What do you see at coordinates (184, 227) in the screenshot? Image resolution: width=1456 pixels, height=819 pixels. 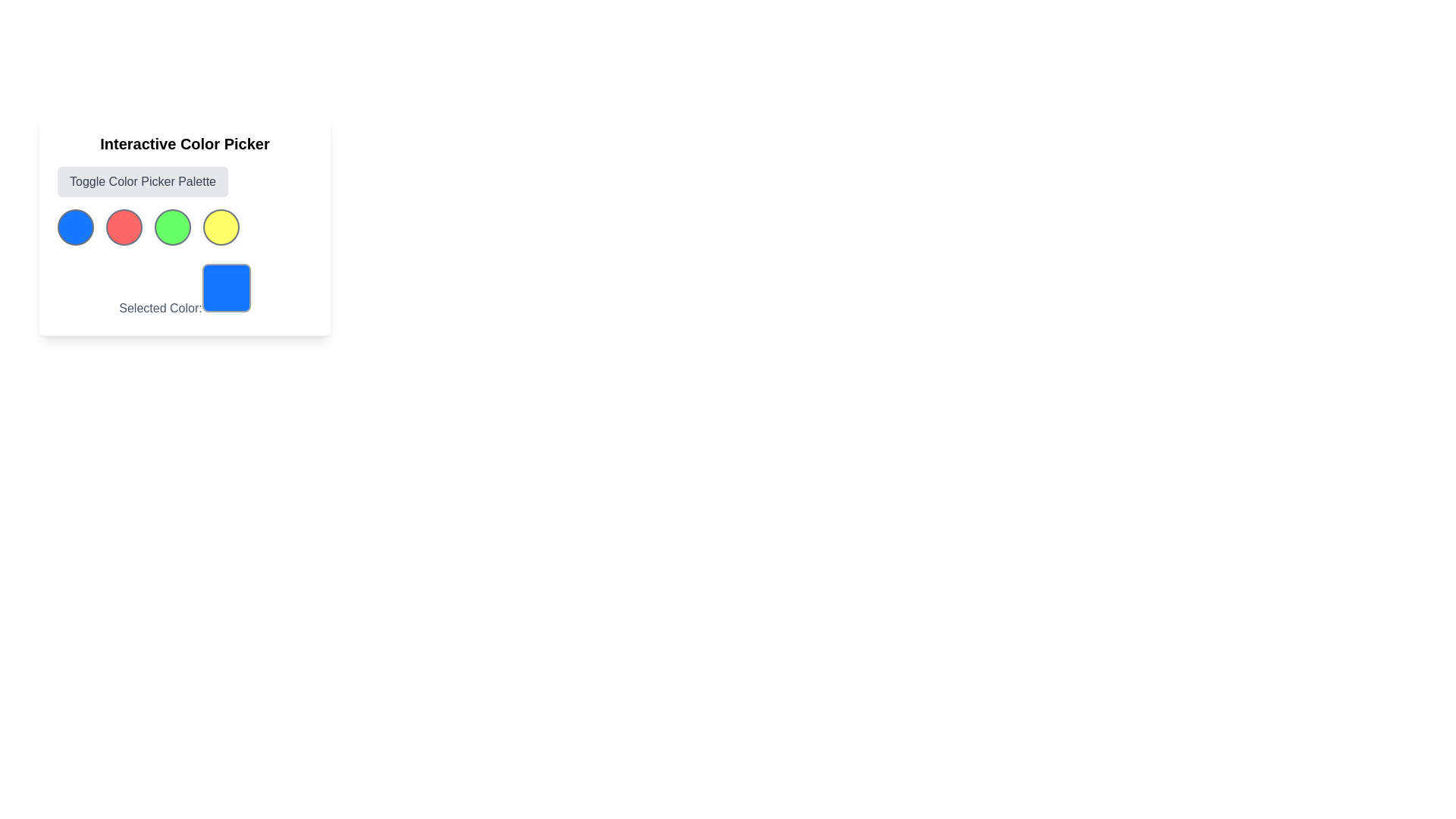 I see `the third circular color selection button in the 'Interactive Color Picker' group` at bounding box center [184, 227].